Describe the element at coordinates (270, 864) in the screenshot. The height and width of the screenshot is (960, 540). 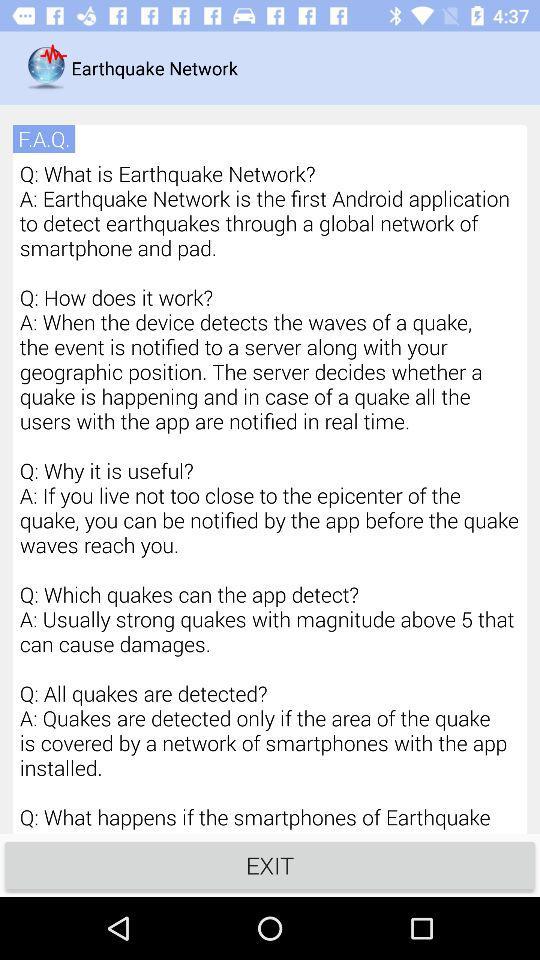
I see `the exit icon` at that location.